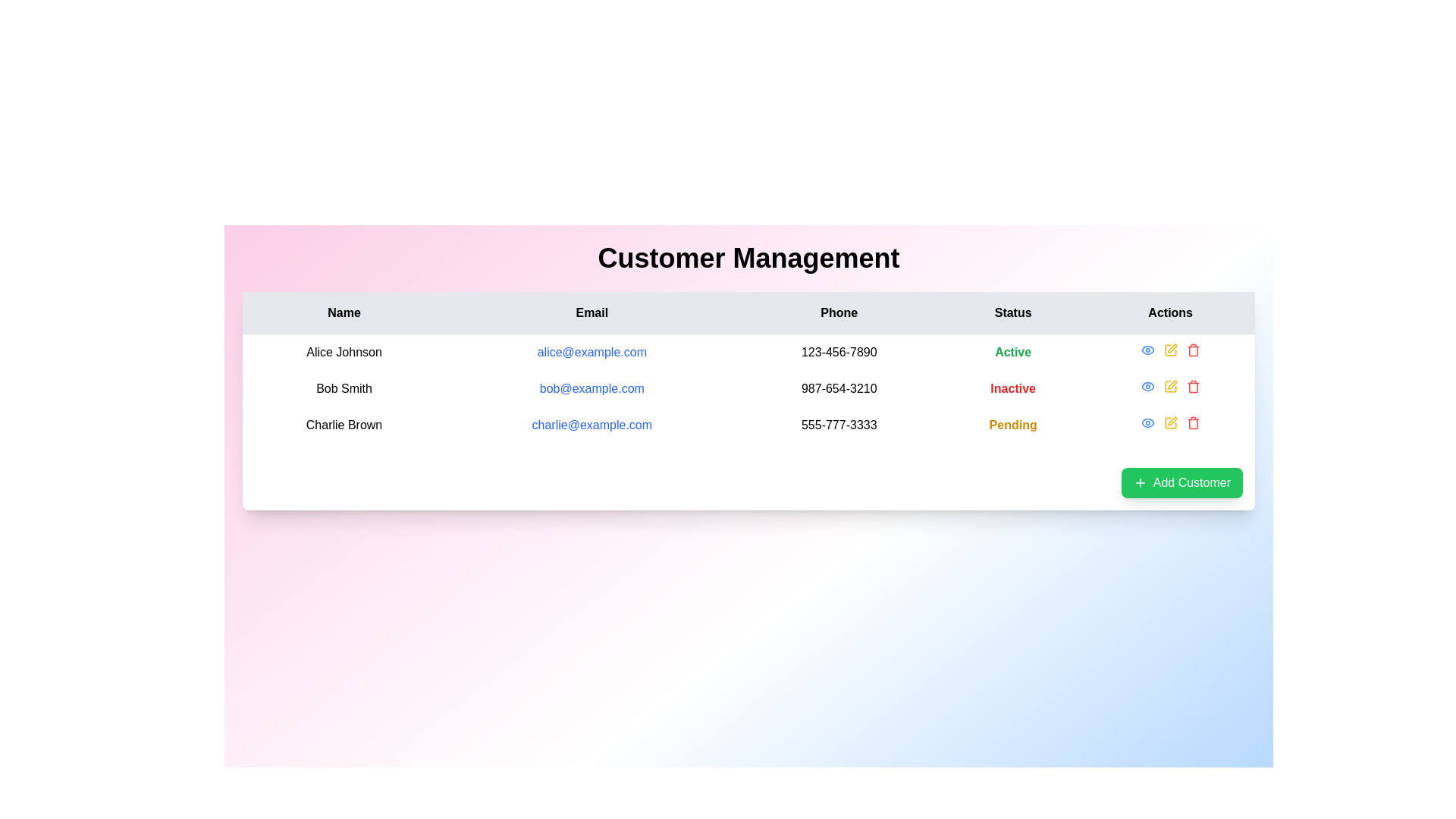 This screenshot has width=1456, height=819. Describe the element at coordinates (1181, 482) in the screenshot. I see `the green 'Add Customer' button with rounded corners and a plus icon` at that location.